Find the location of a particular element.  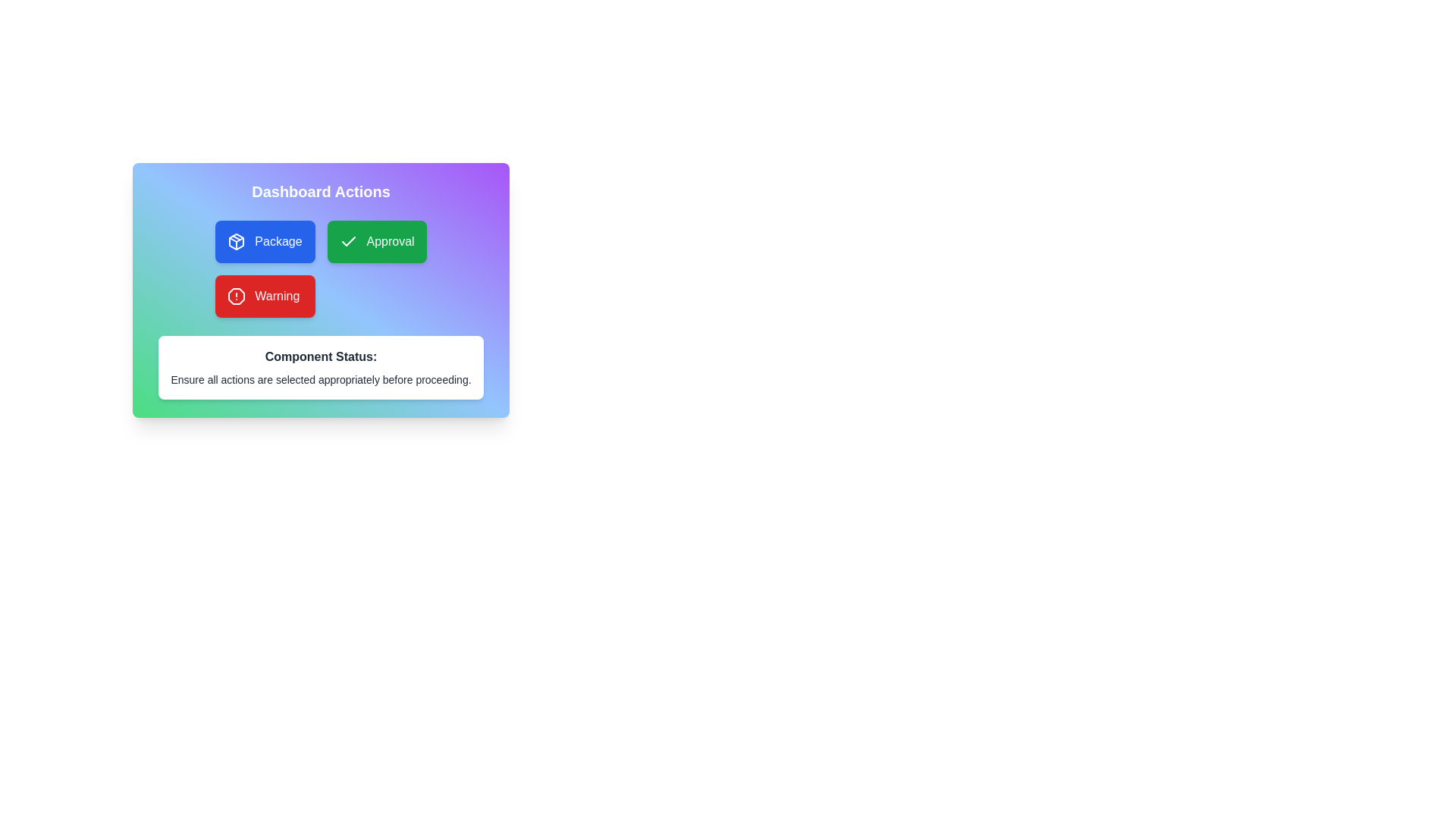

the checkmark icon located inside the green 'Approval' button in the 'Dashboard Actions' section to signify confirmation or success is located at coordinates (347, 241).